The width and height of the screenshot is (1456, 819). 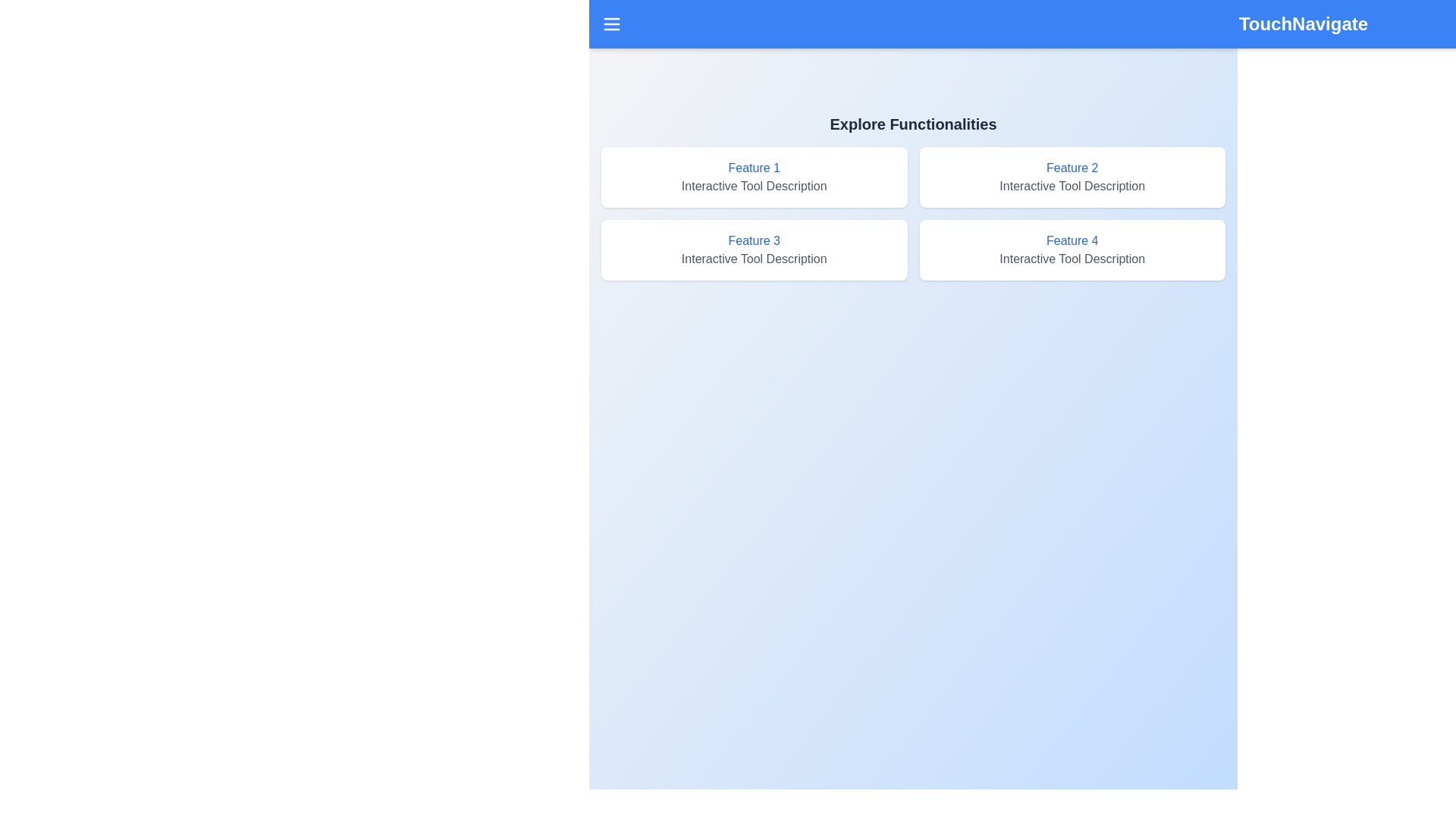 What do you see at coordinates (1072, 249) in the screenshot?
I see `the 'Feature 4' box` at bounding box center [1072, 249].